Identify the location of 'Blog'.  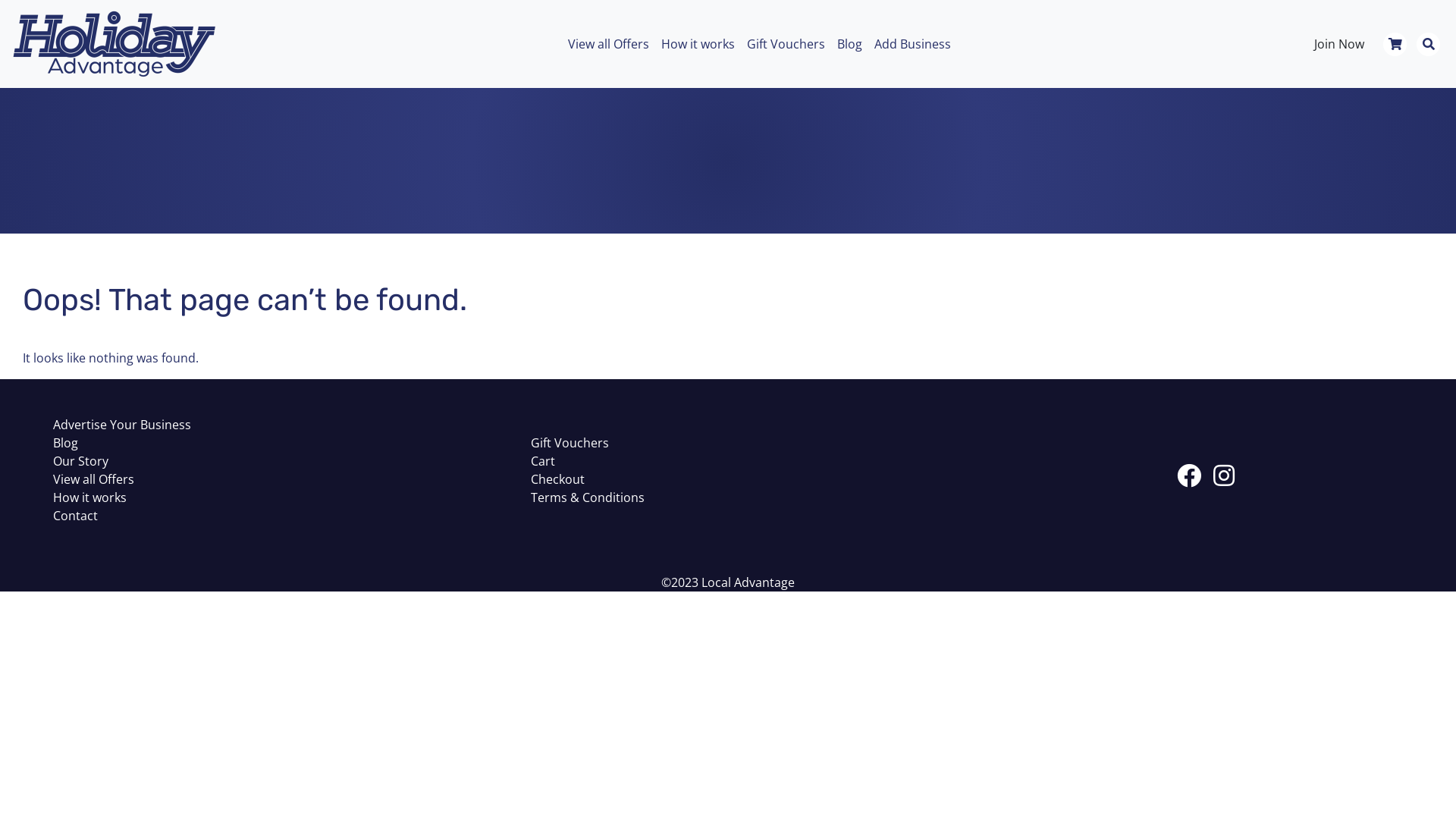
(64, 442).